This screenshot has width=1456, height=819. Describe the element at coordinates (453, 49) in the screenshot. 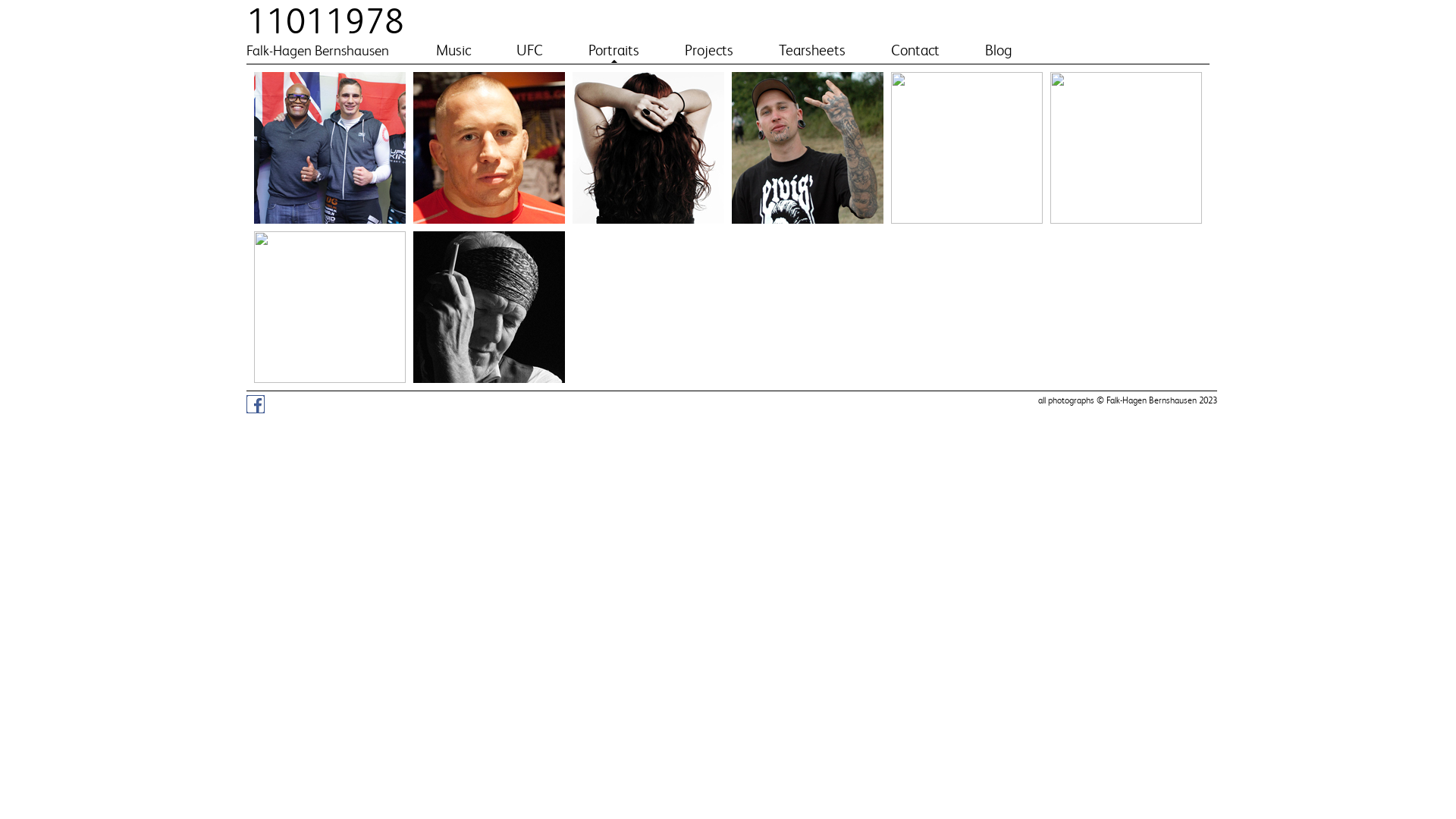

I see `'Music'` at that location.